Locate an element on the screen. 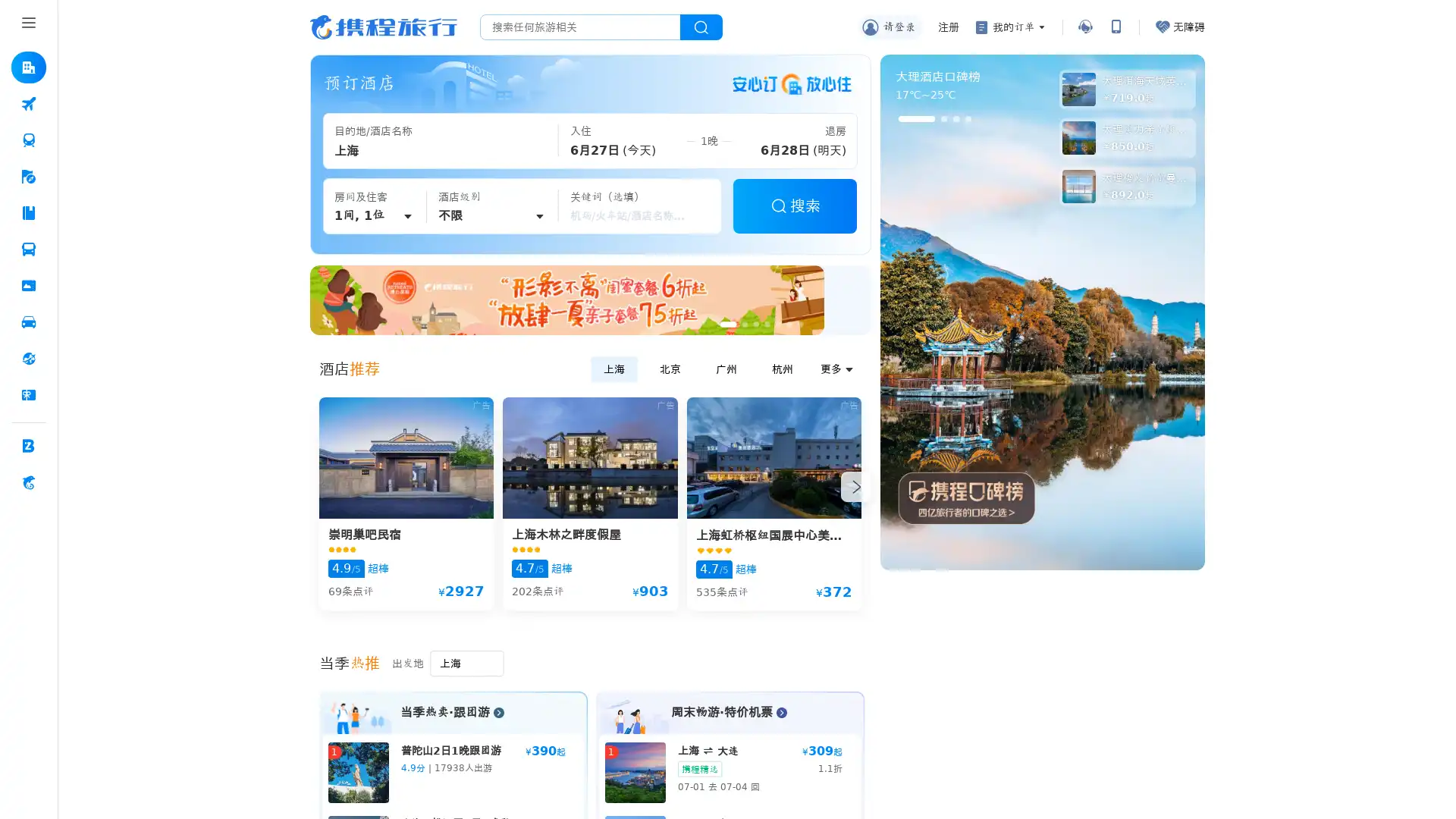  Go to slide 1 is located at coordinates (915, 118).